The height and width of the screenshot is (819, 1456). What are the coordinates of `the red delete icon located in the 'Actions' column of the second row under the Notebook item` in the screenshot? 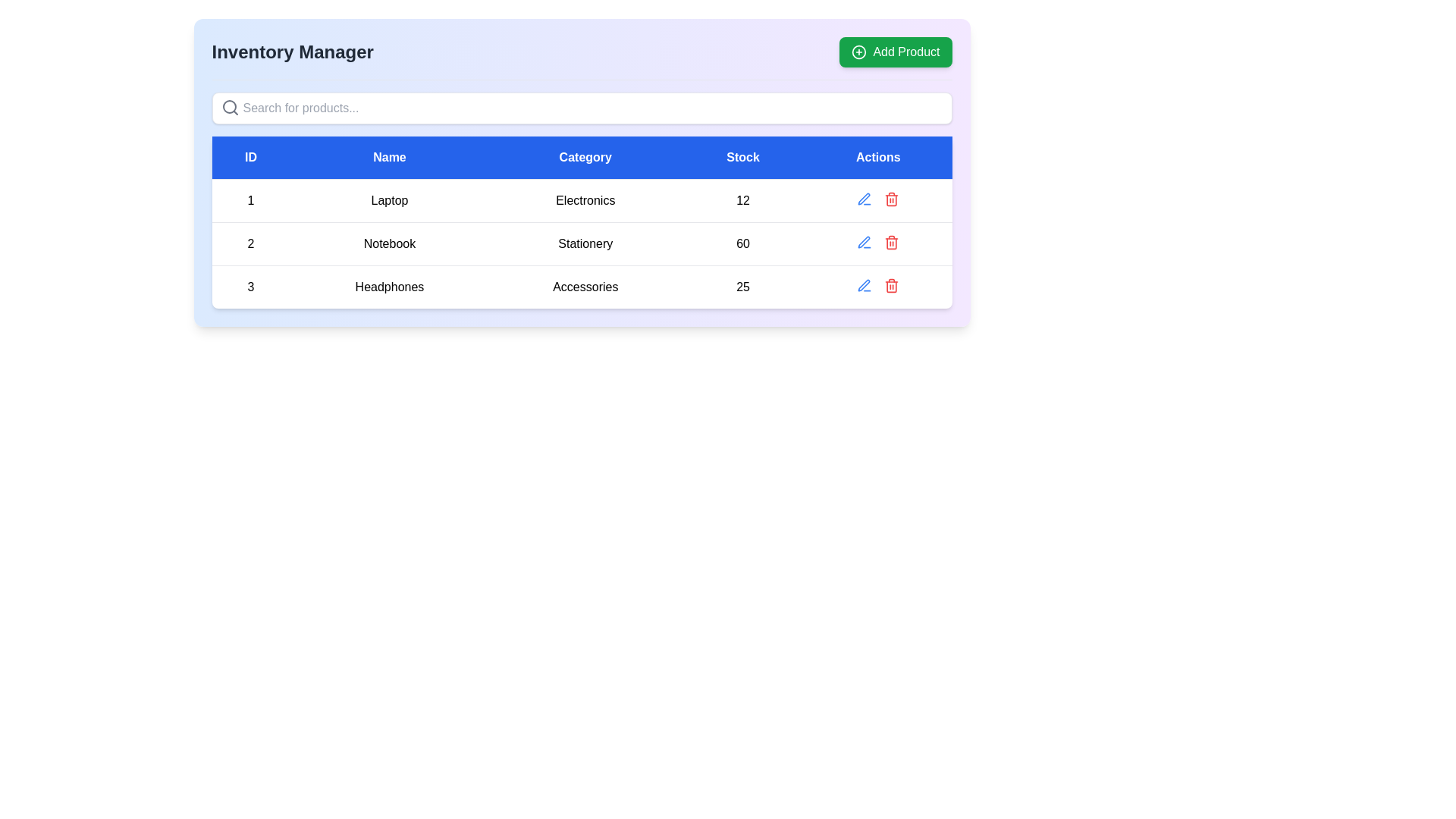 It's located at (878, 242).